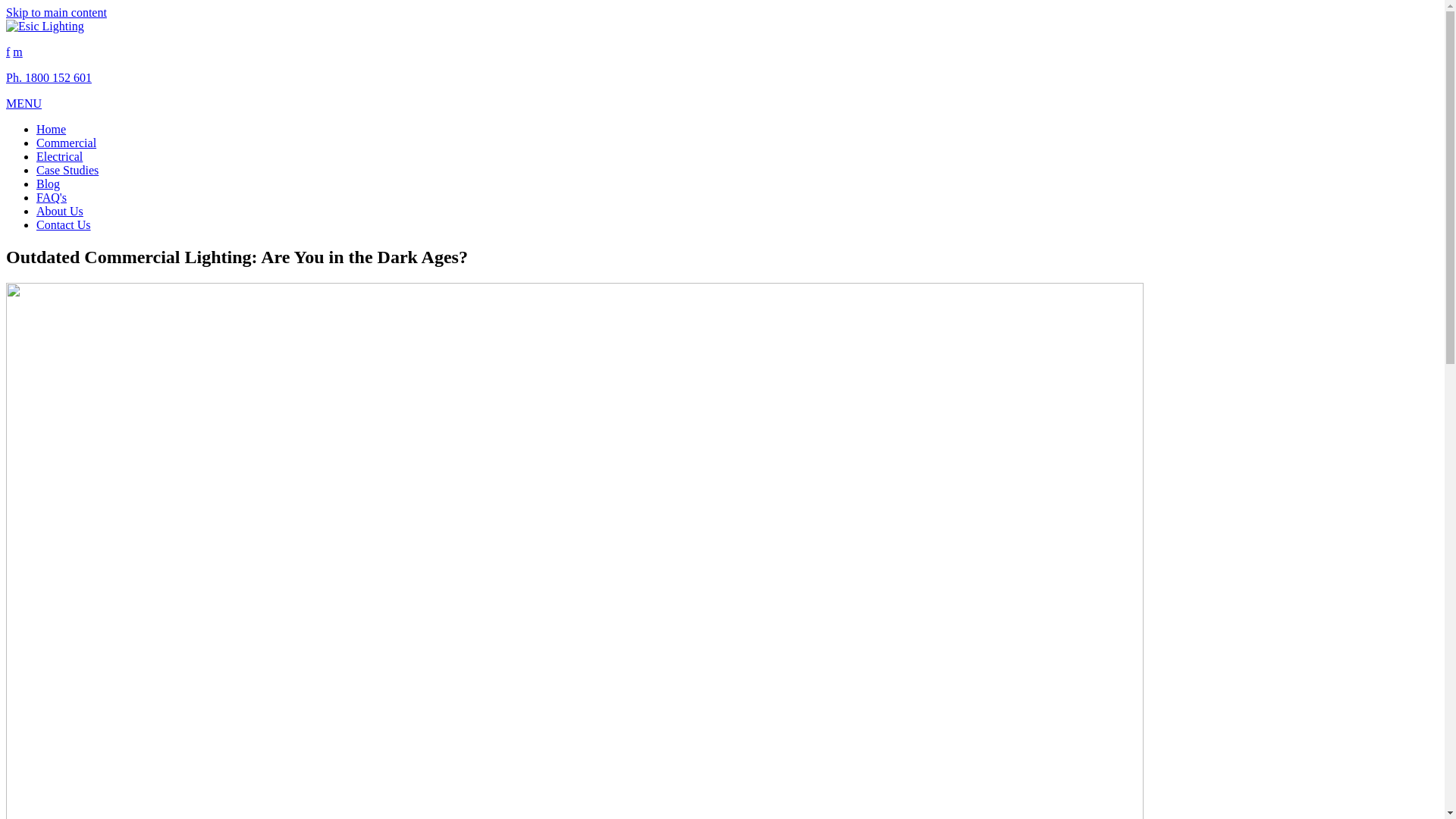 Image resolution: width=1456 pixels, height=819 pixels. What do you see at coordinates (8, 51) in the screenshot?
I see `'f'` at bounding box center [8, 51].